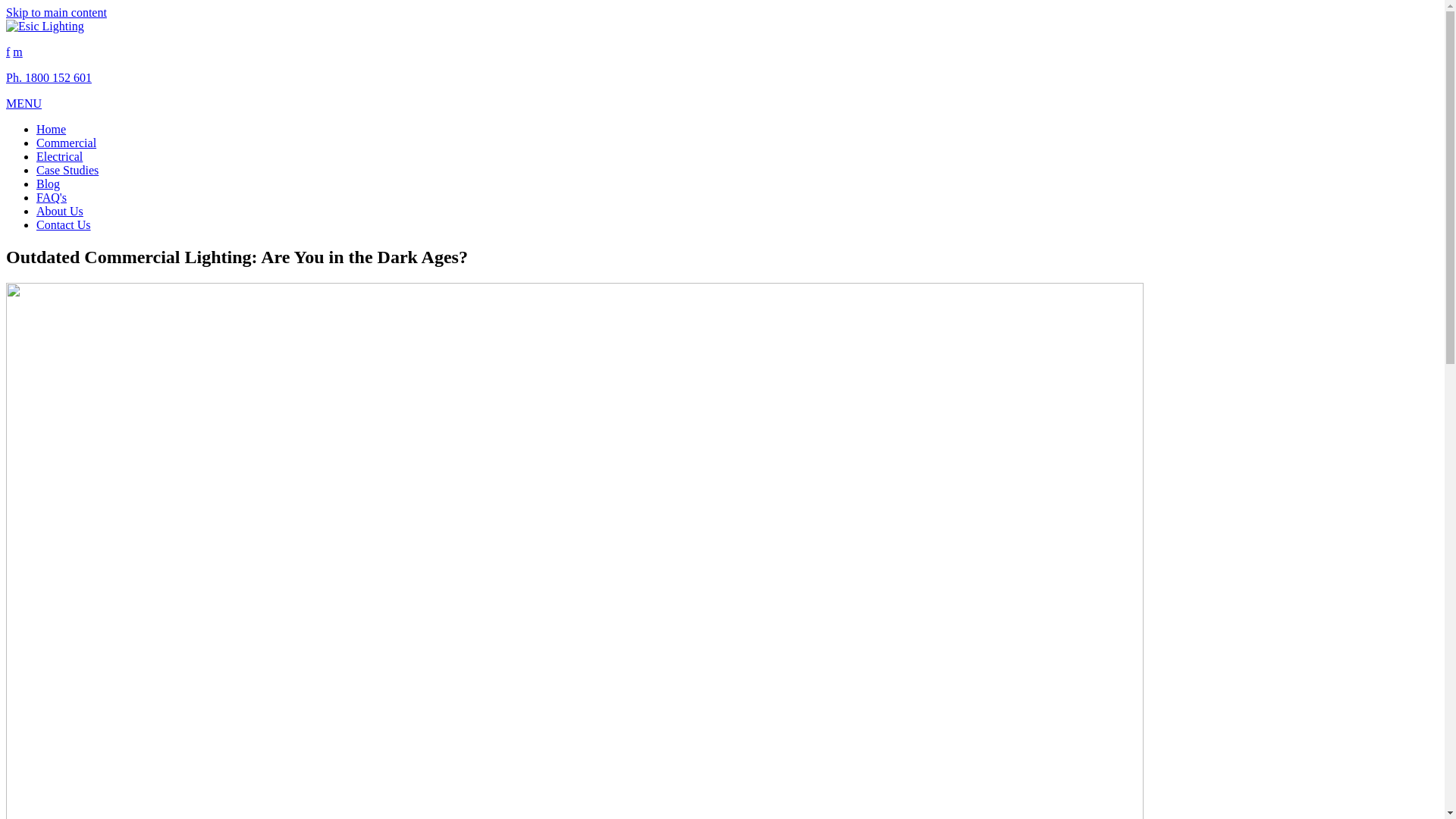 Image resolution: width=1456 pixels, height=819 pixels. What do you see at coordinates (8, 51) in the screenshot?
I see `'f'` at bounding box center [8, 51].